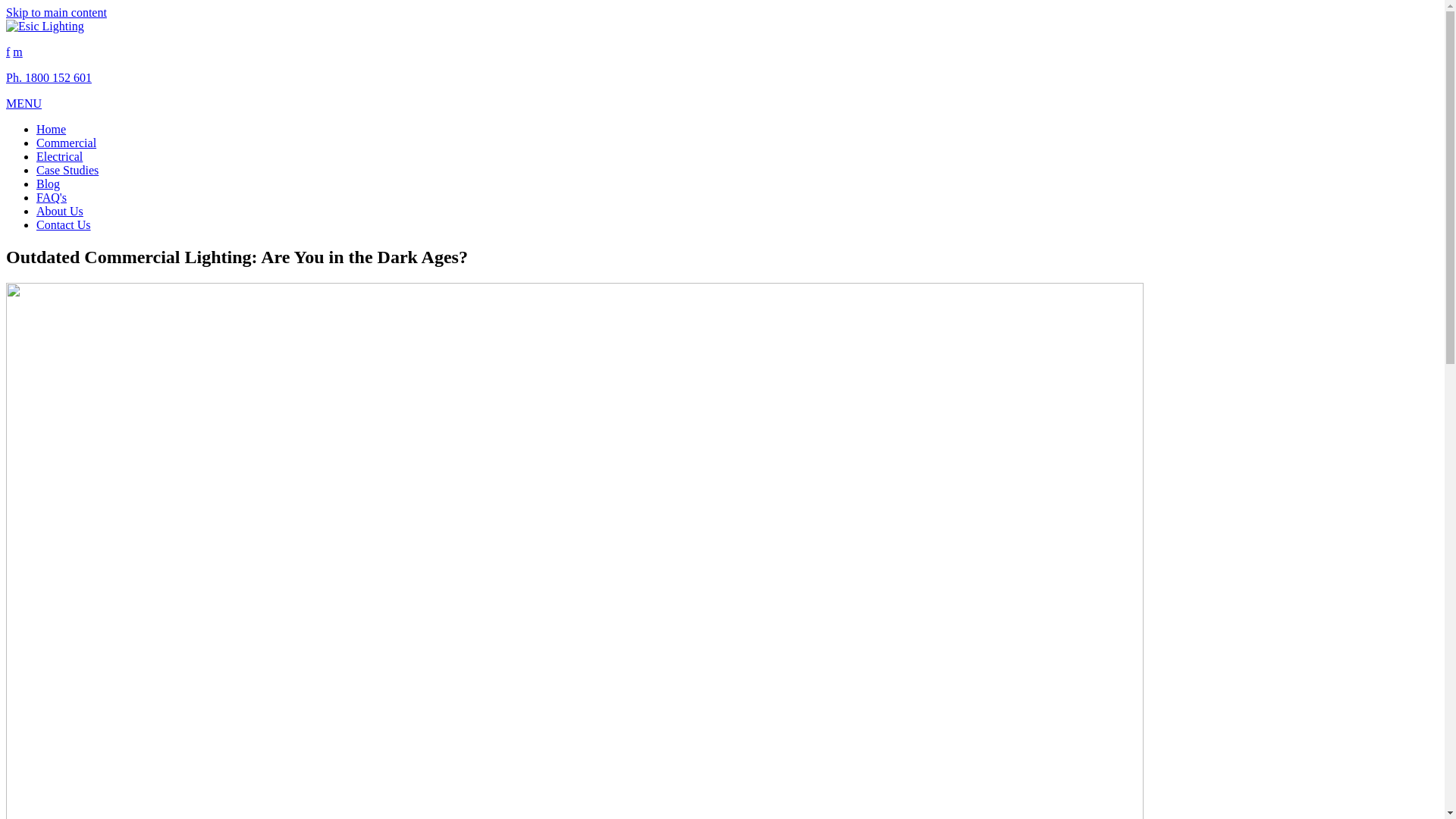 Image resolution: width=1456 pixels, height=819 pixels. What do you see at coordinates (8, 51) in the screenshot?
I see `'f'` at bounding box center [8, 51].